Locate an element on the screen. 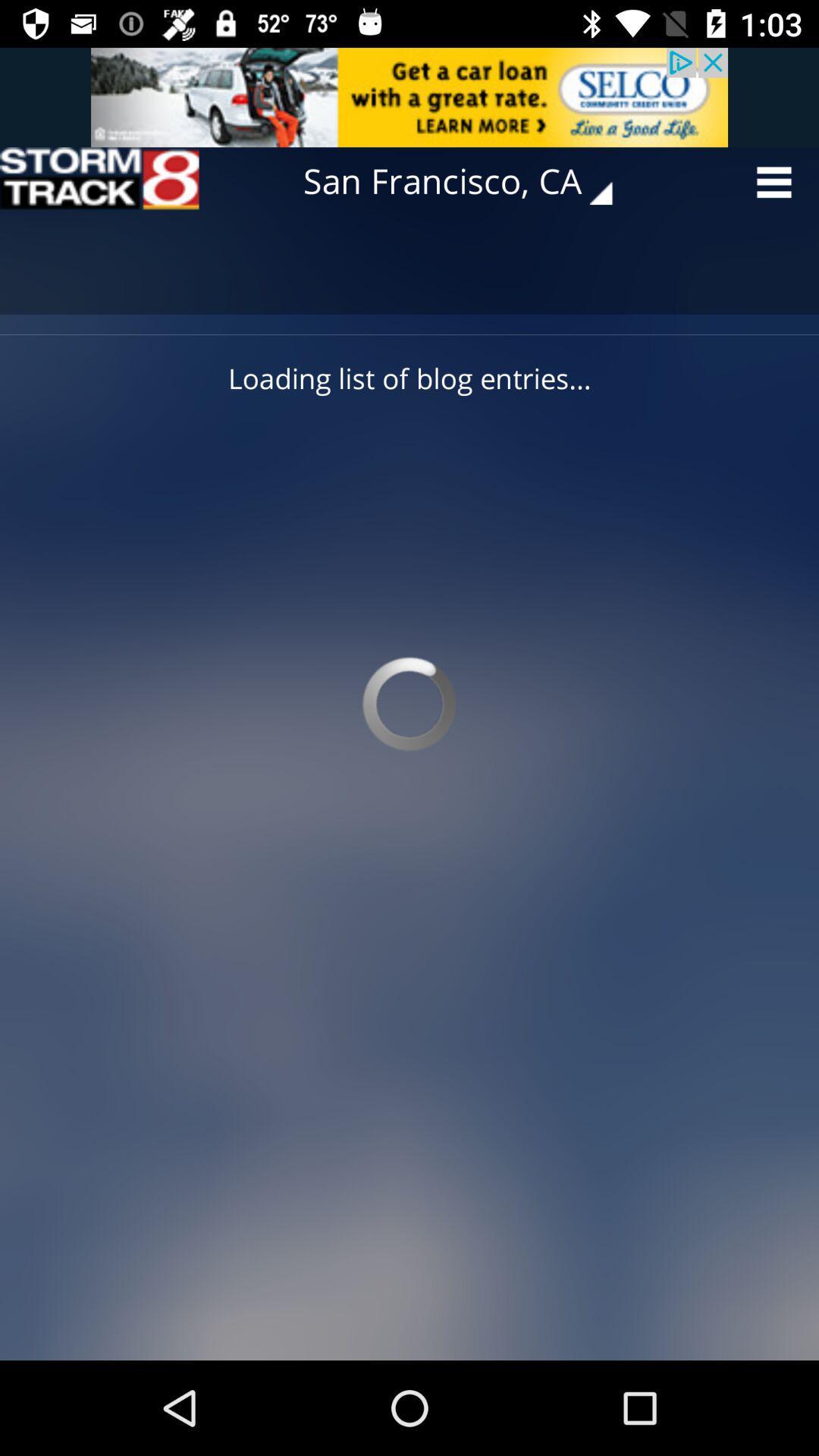 The height and width of the screenshot is (1456, 819). advertisement is located at coordinates (409, 96).